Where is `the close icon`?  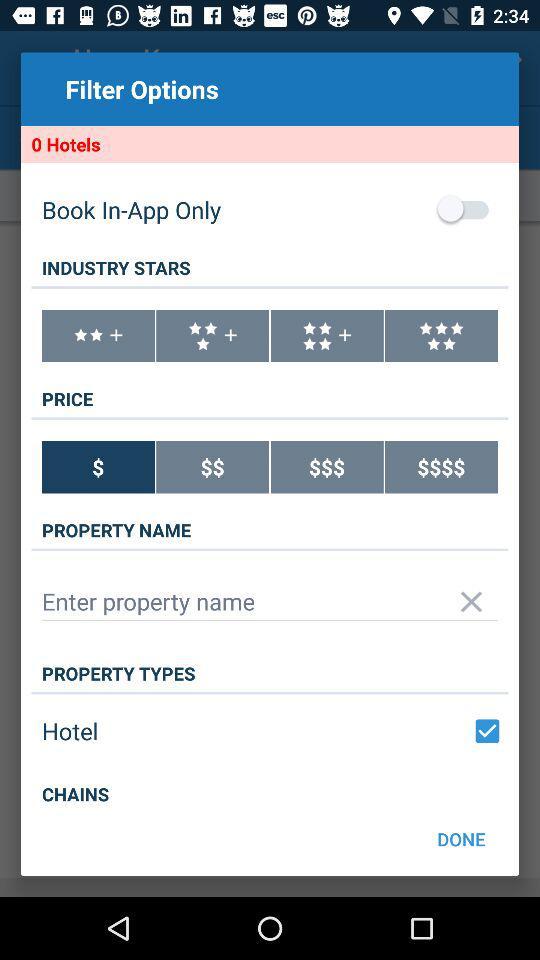 the close icon is located at coordinates (471, 643).